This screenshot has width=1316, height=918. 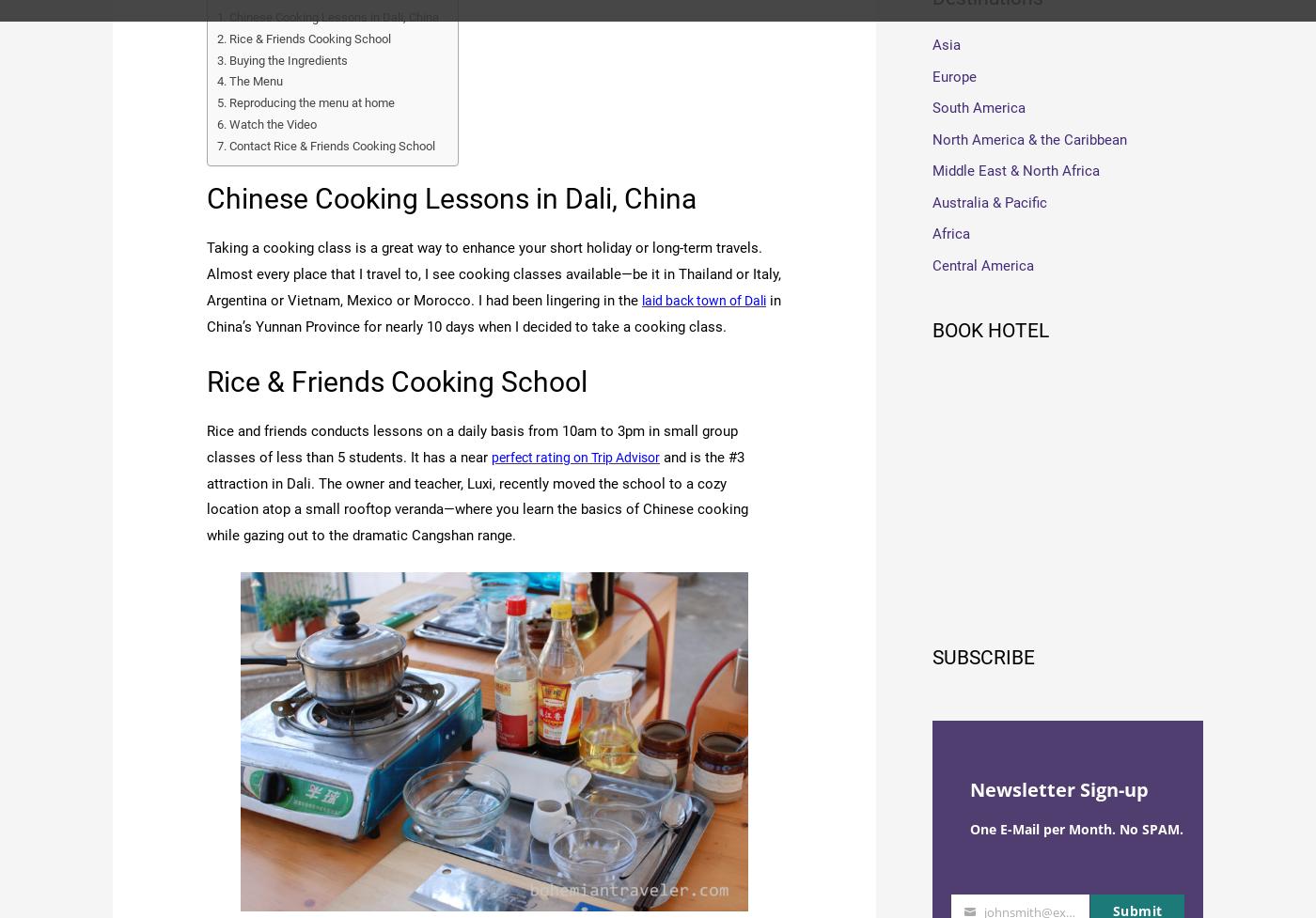 I want to click on 'The Menu', so click(x=258, y=80).